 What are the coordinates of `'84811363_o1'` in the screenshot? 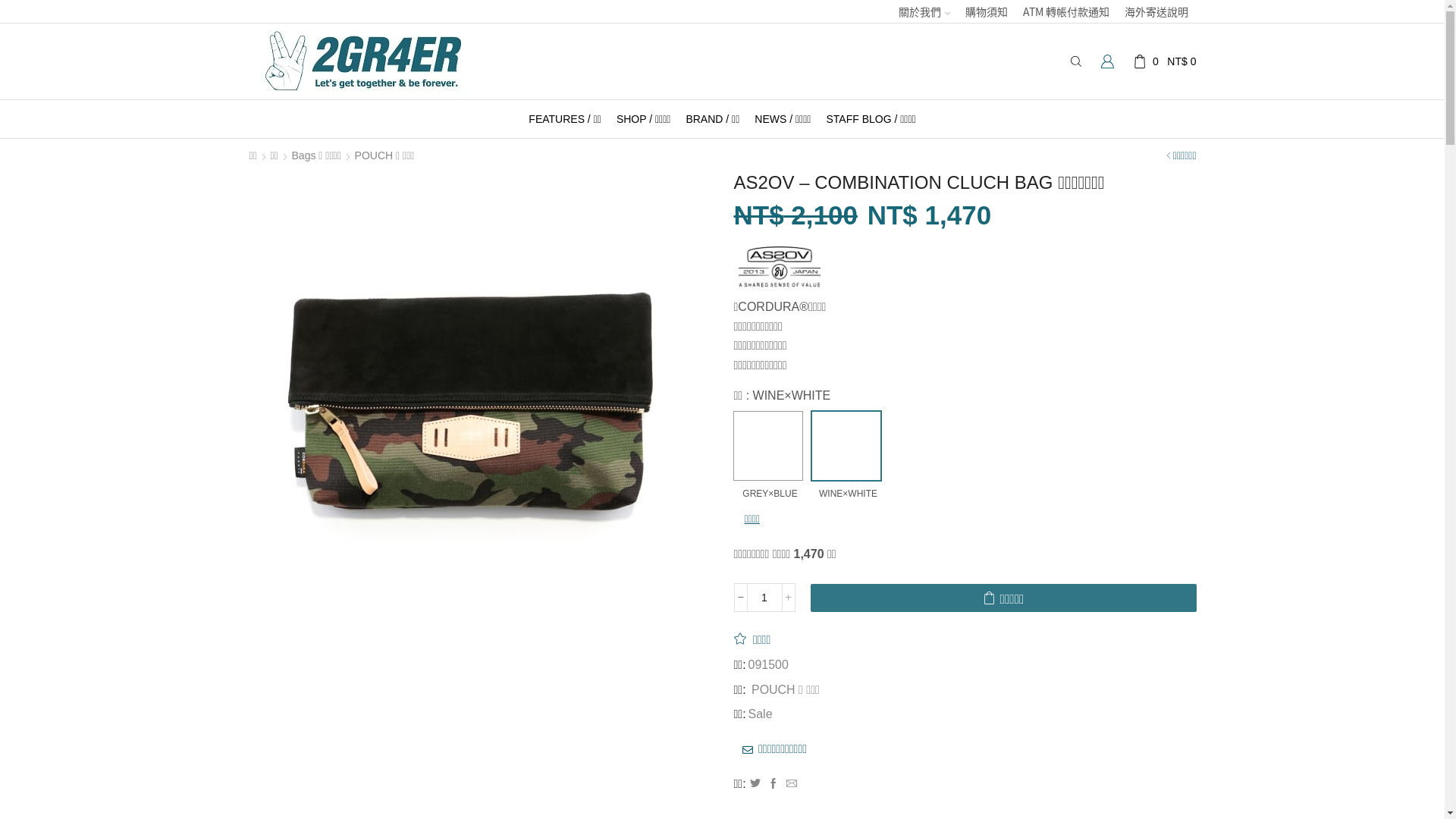 It's located at (479, 379).